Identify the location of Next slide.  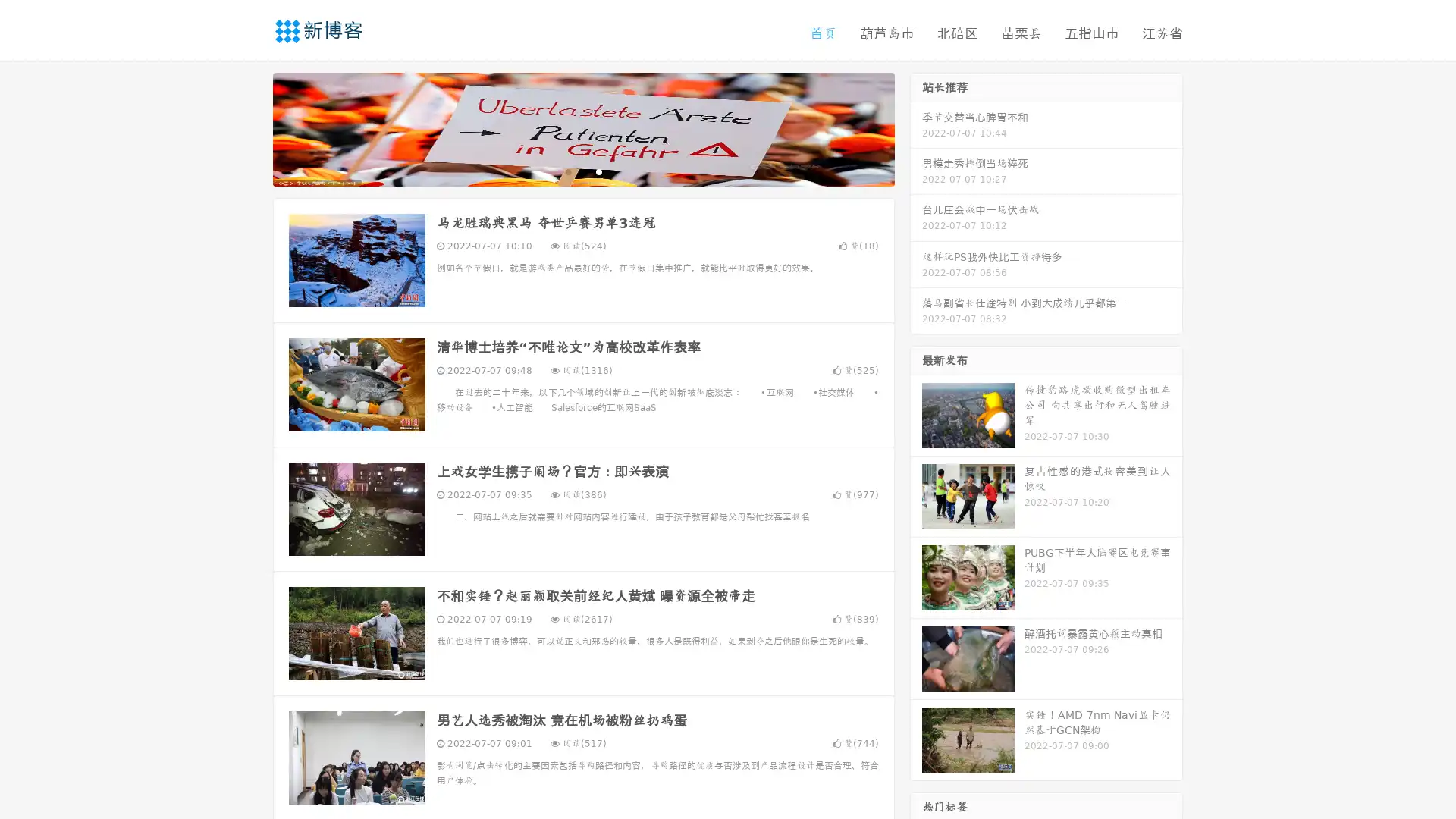
(916, 127).